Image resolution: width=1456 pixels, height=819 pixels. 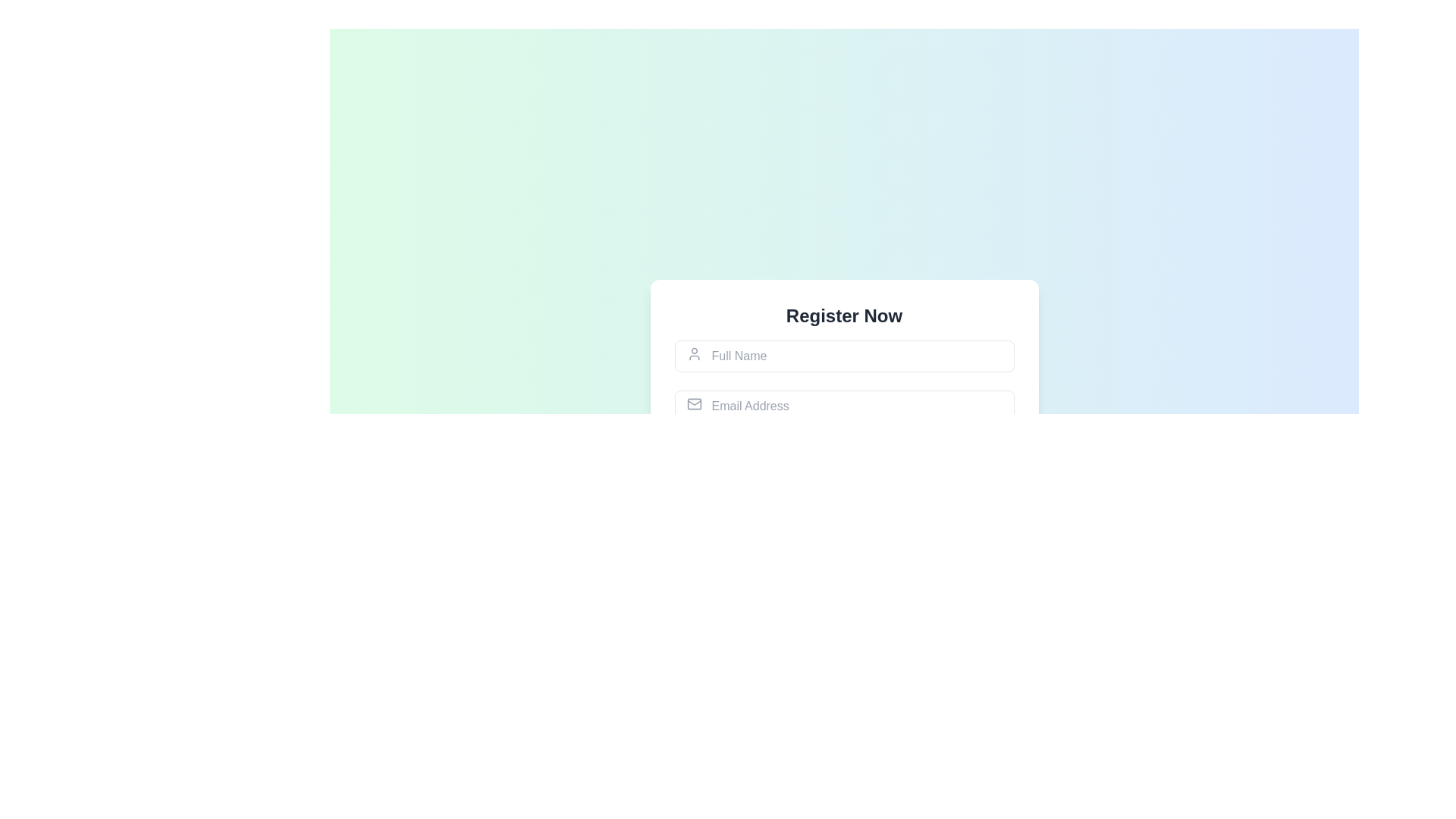 What do you see at coordinates (693, 403) in the screenshot?
I see `the decorative rectangle icon that symbolizes email communication, located beside the 'Email Address' input field` at bounding box center [693, 403].